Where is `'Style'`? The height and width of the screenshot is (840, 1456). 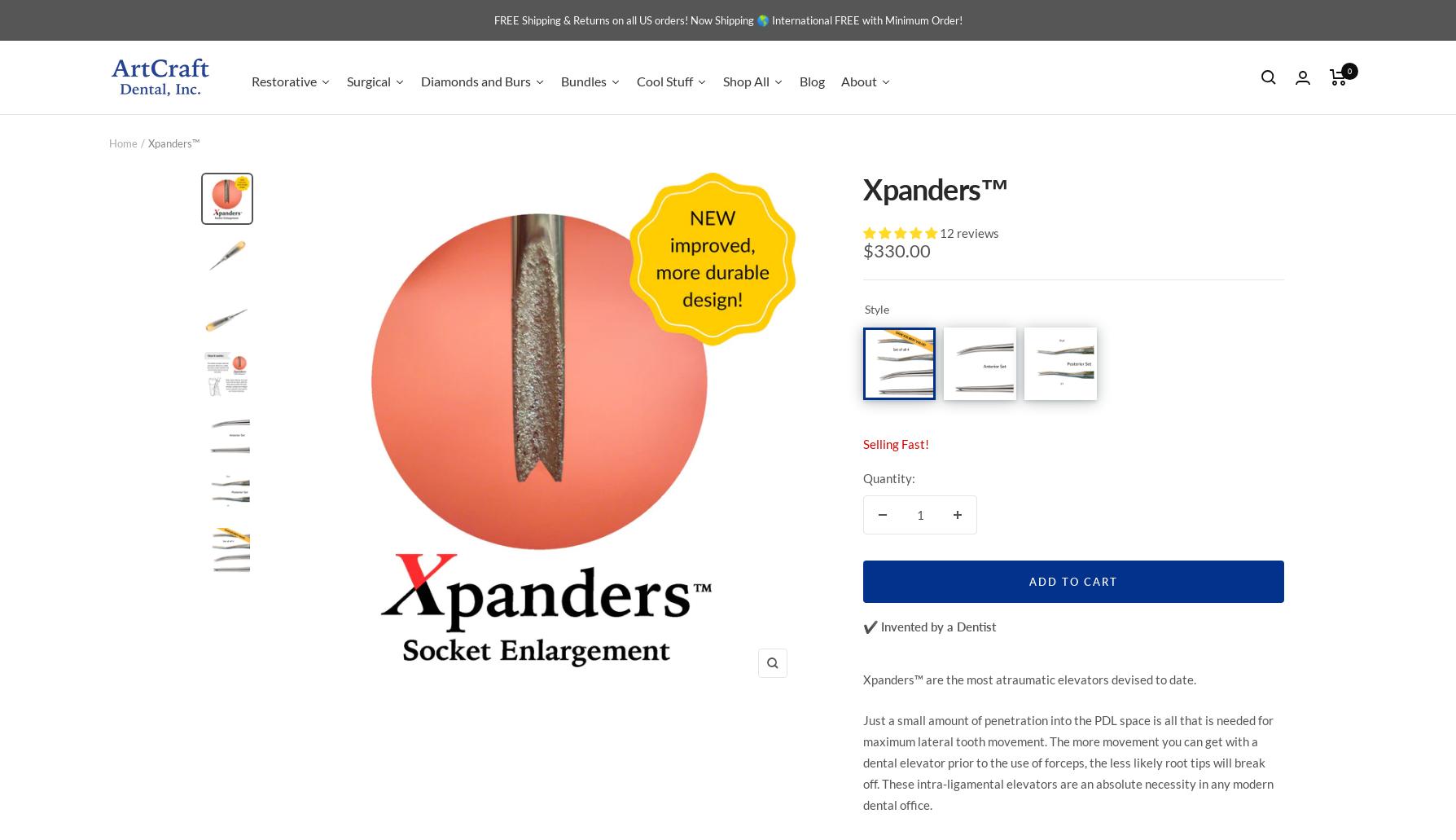
'Style' is located at coordinates (876, 308).